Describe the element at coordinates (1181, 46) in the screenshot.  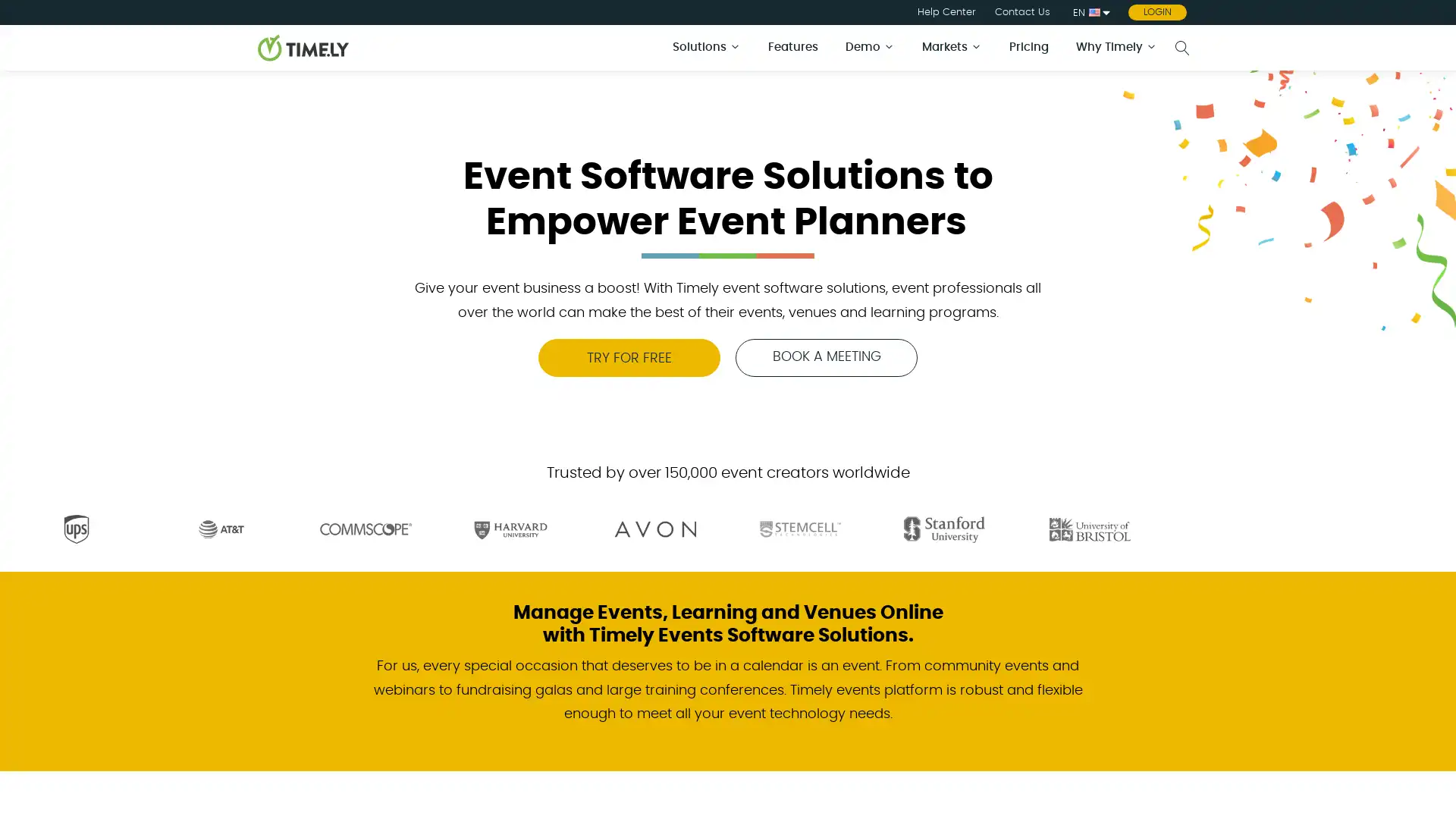
I see `Open search` at that location.